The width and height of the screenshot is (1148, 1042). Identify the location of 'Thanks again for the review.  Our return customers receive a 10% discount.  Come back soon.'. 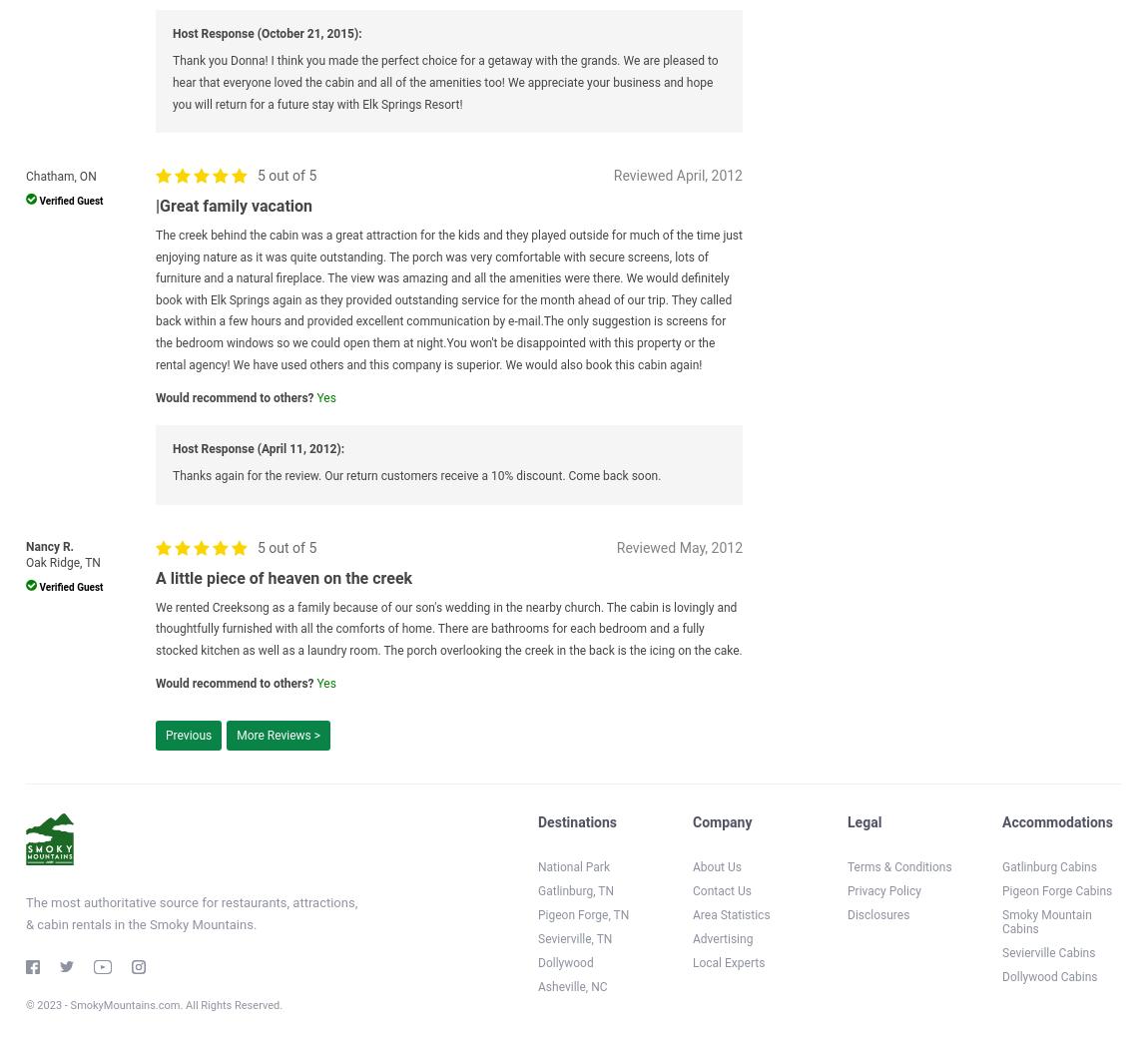
(416, 476).